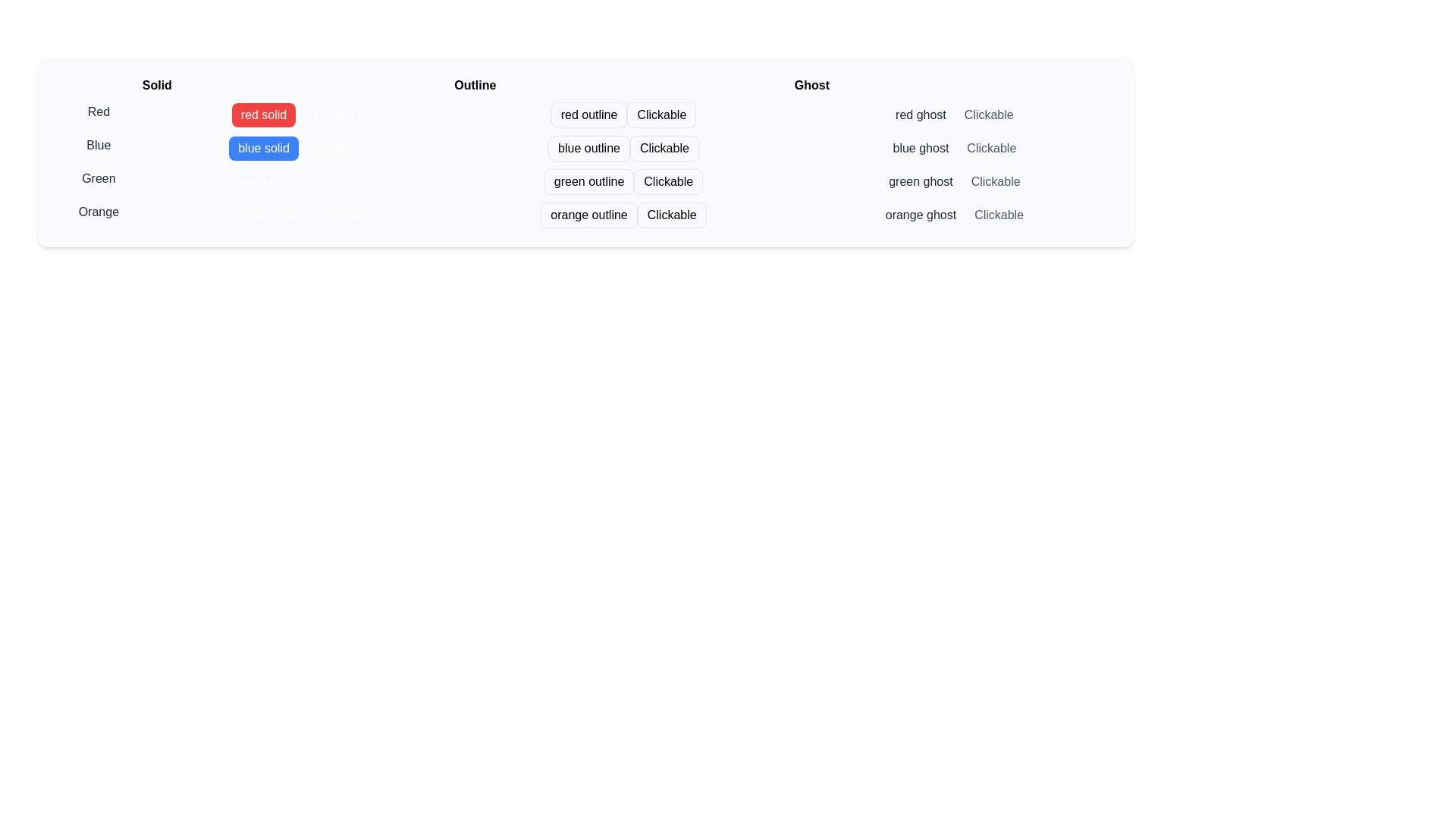  I want to click on the text label that features 'blue ghost' and 'Clickable' in the second row of the 'Ghost' column, so click(953, 146).